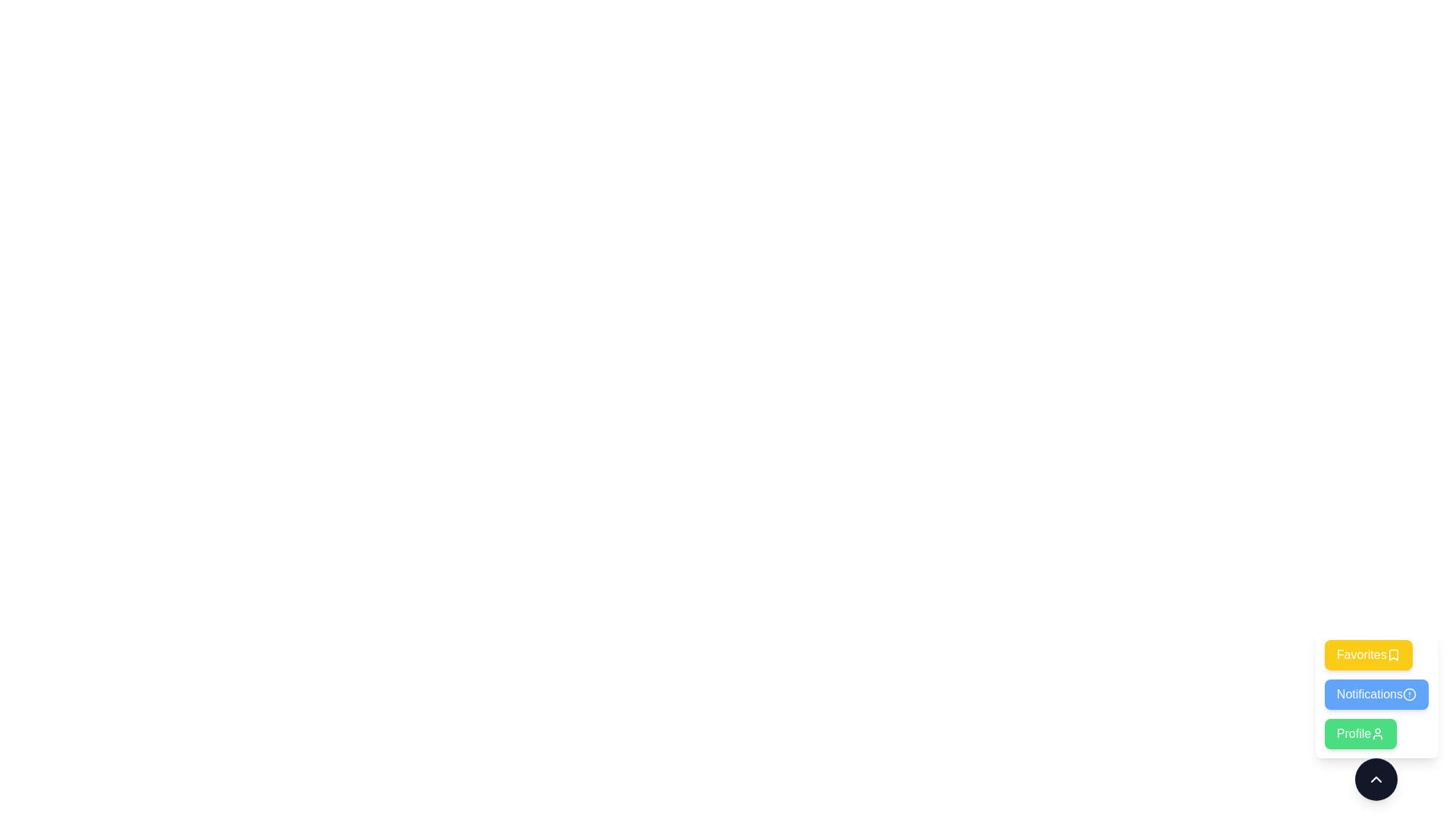 The image size is (1456, 819). What do you see at coordinates (1376, 694) in the screenshot?
I see `the Notifications button to select the corresponding option` at bounding box center [1376, 694].